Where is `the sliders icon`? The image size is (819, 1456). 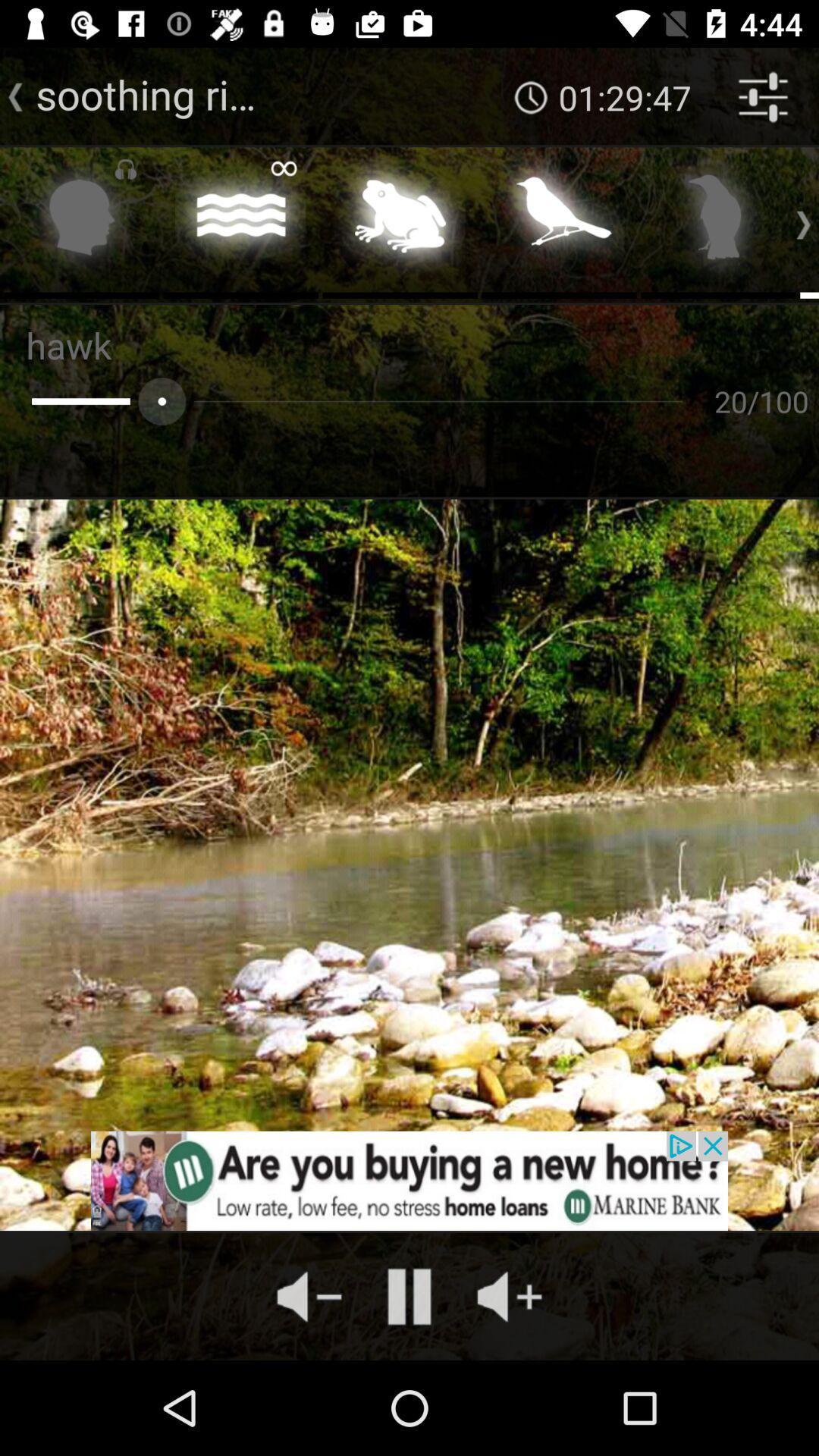
the sliders icon is located at coordinates (763, 96).